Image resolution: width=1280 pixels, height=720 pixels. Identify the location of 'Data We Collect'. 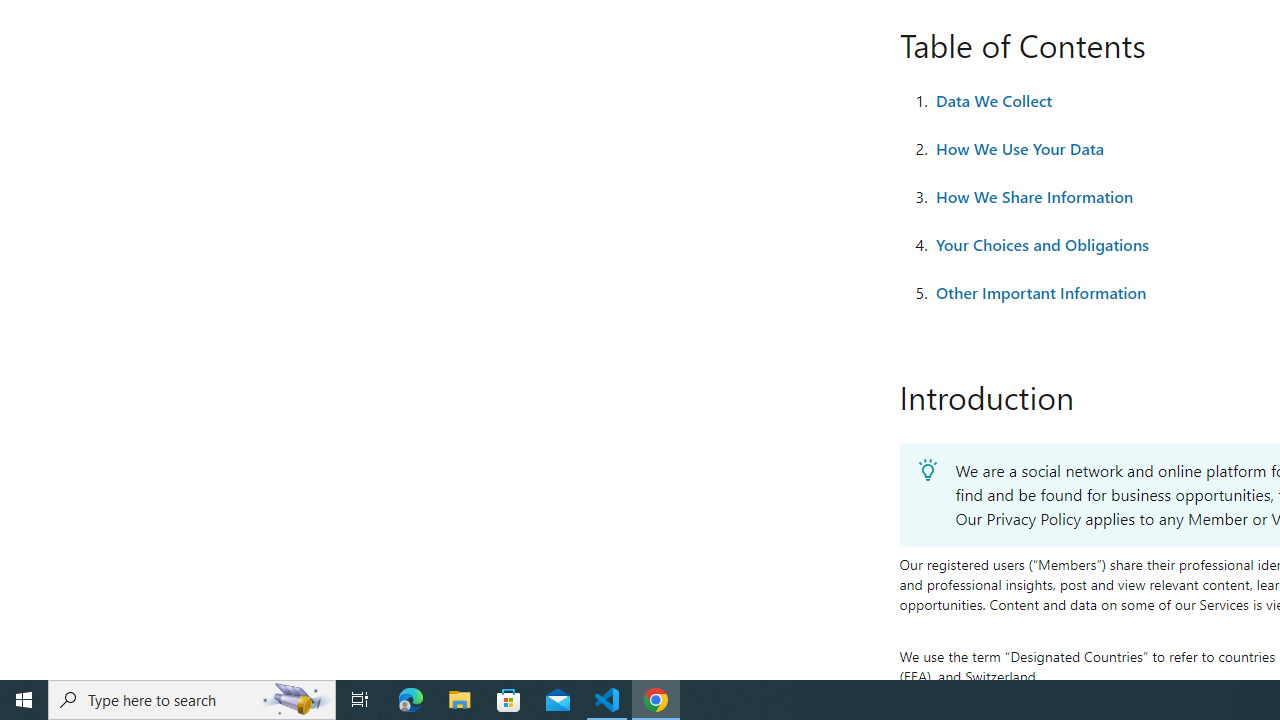
(993, 101).